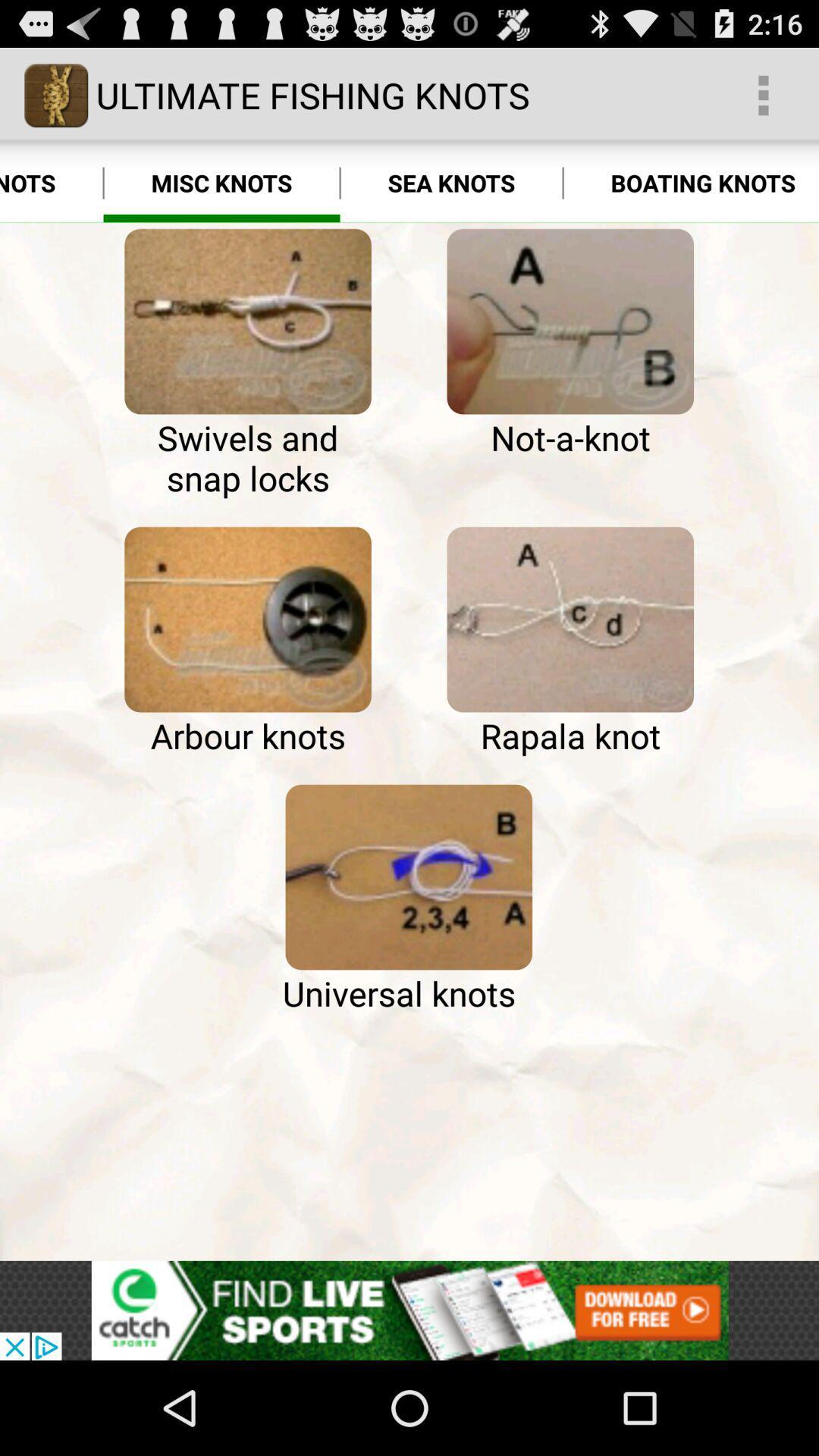 Image resolution: width=819 pixels, height=1456 pixels. Describe the element at coordinates (763, 94) in the screenshot. I see `the app above boating knots` at that location.